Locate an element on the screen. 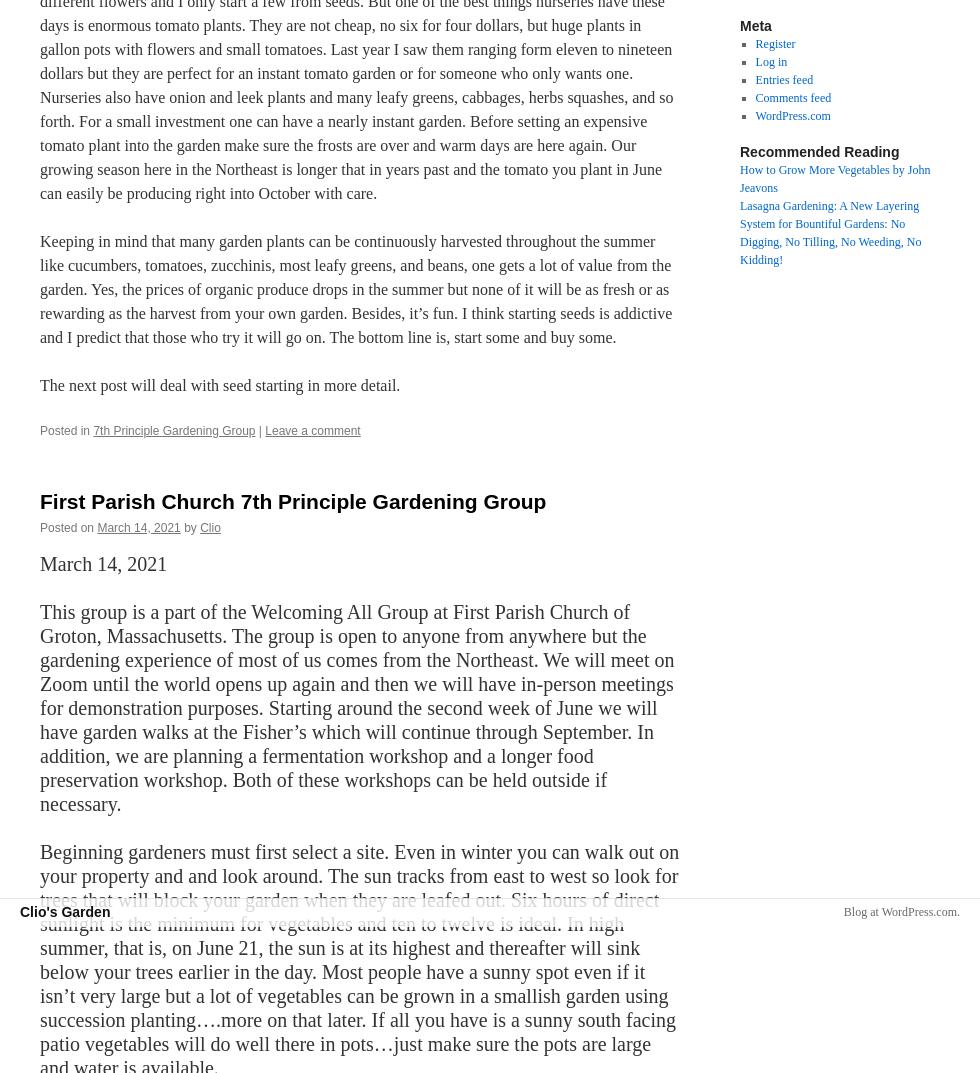 The width and height of the screenshot is (980, 1073). 'The next post will deal with seed starting in more detail.' is located at coordinates (220, 384).